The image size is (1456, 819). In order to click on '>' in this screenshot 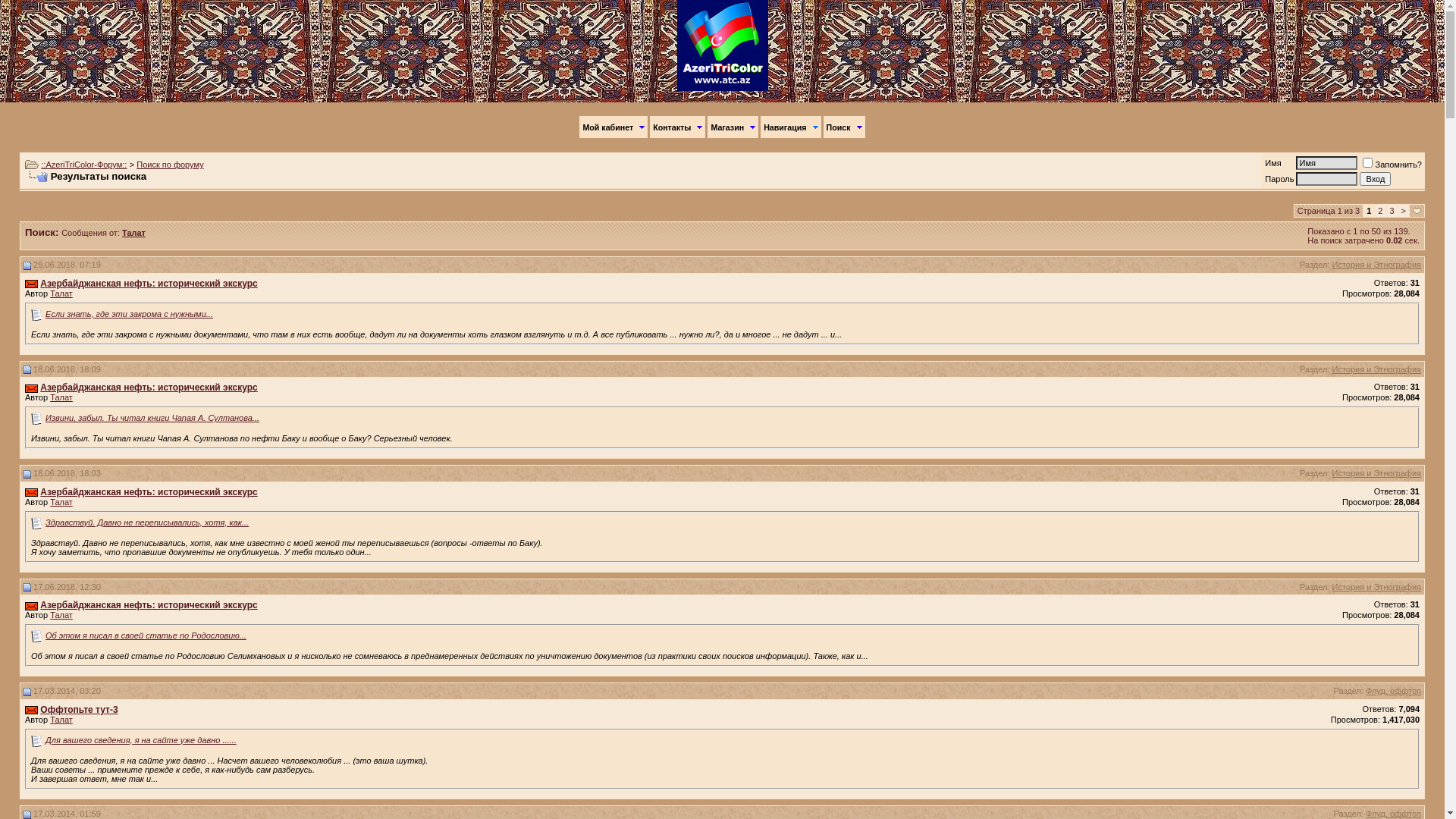, I will do `click(1403, 210)`.